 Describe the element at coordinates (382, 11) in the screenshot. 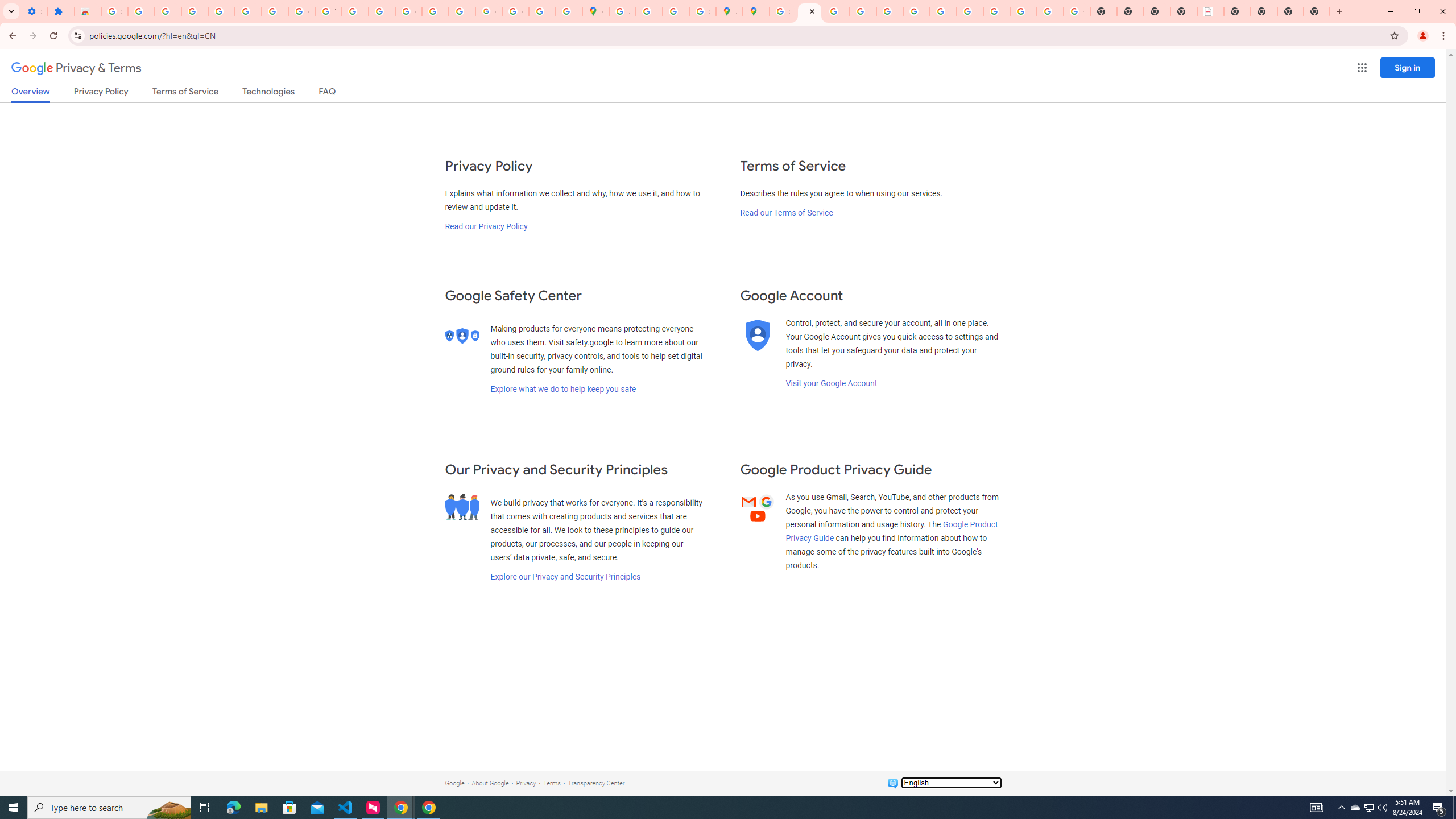

I see `'https://scholar.google.com/'` at that location.